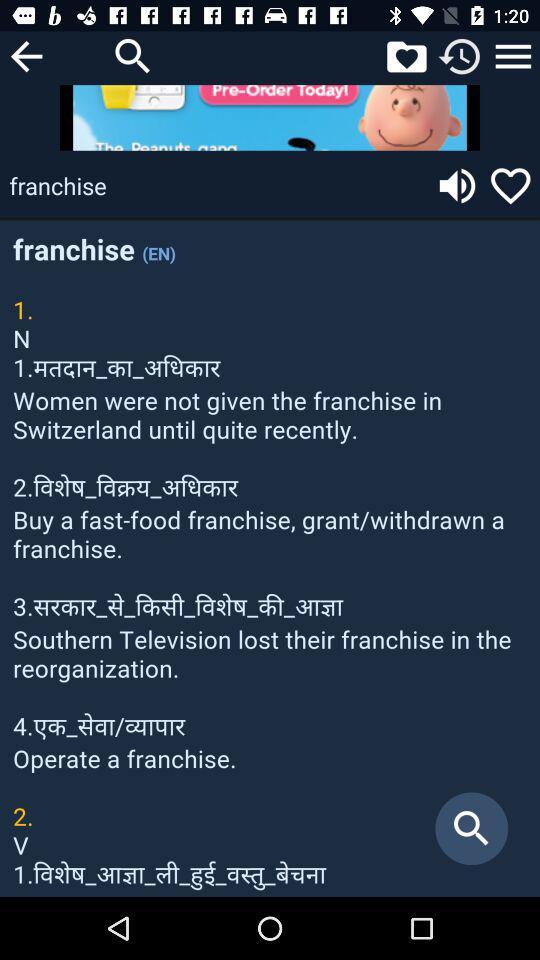  I want to click on the favorite icon, so click(510, 185).